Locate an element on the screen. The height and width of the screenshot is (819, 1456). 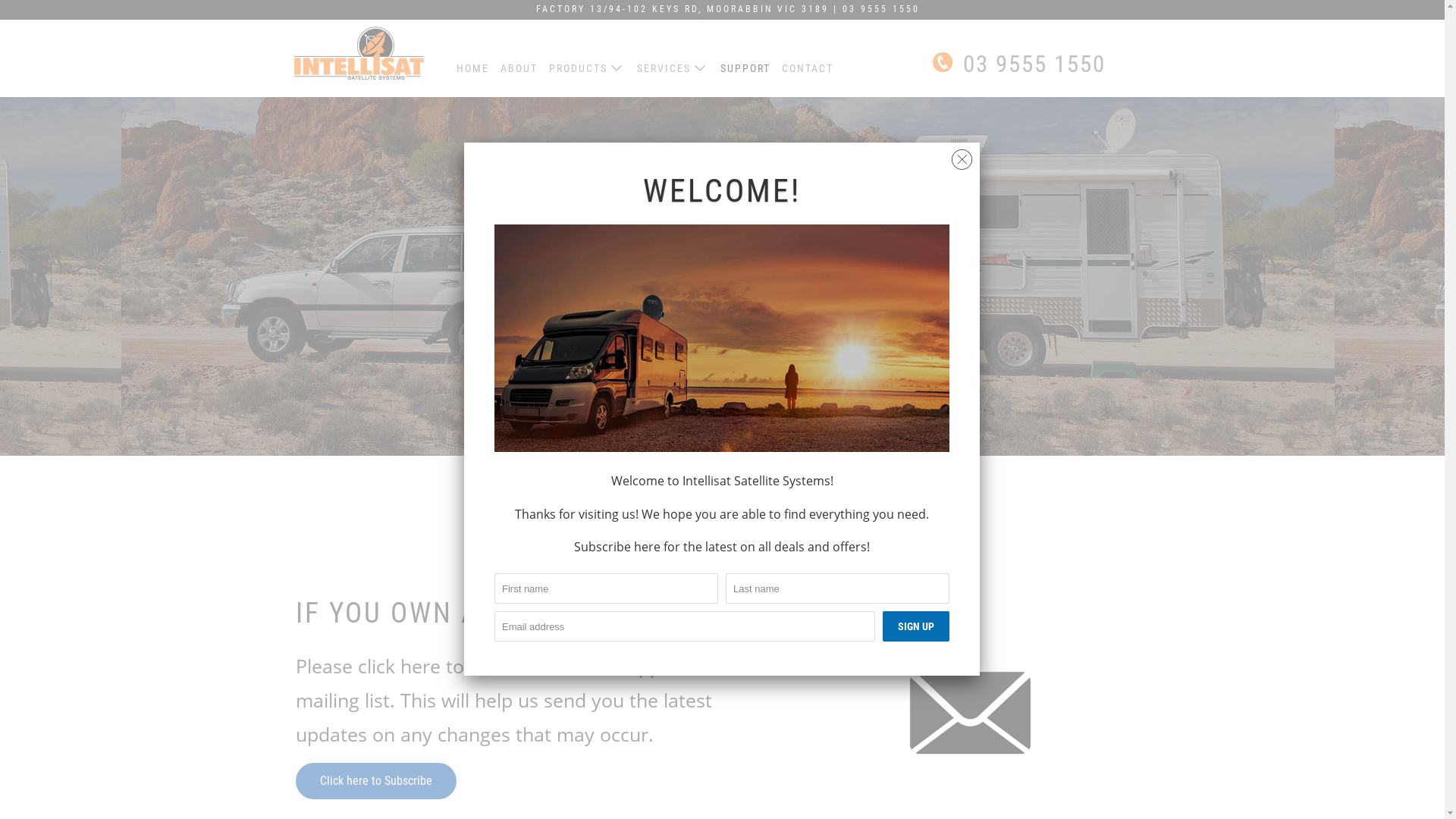
'Sign Up' is located at coordinates (915, 626).